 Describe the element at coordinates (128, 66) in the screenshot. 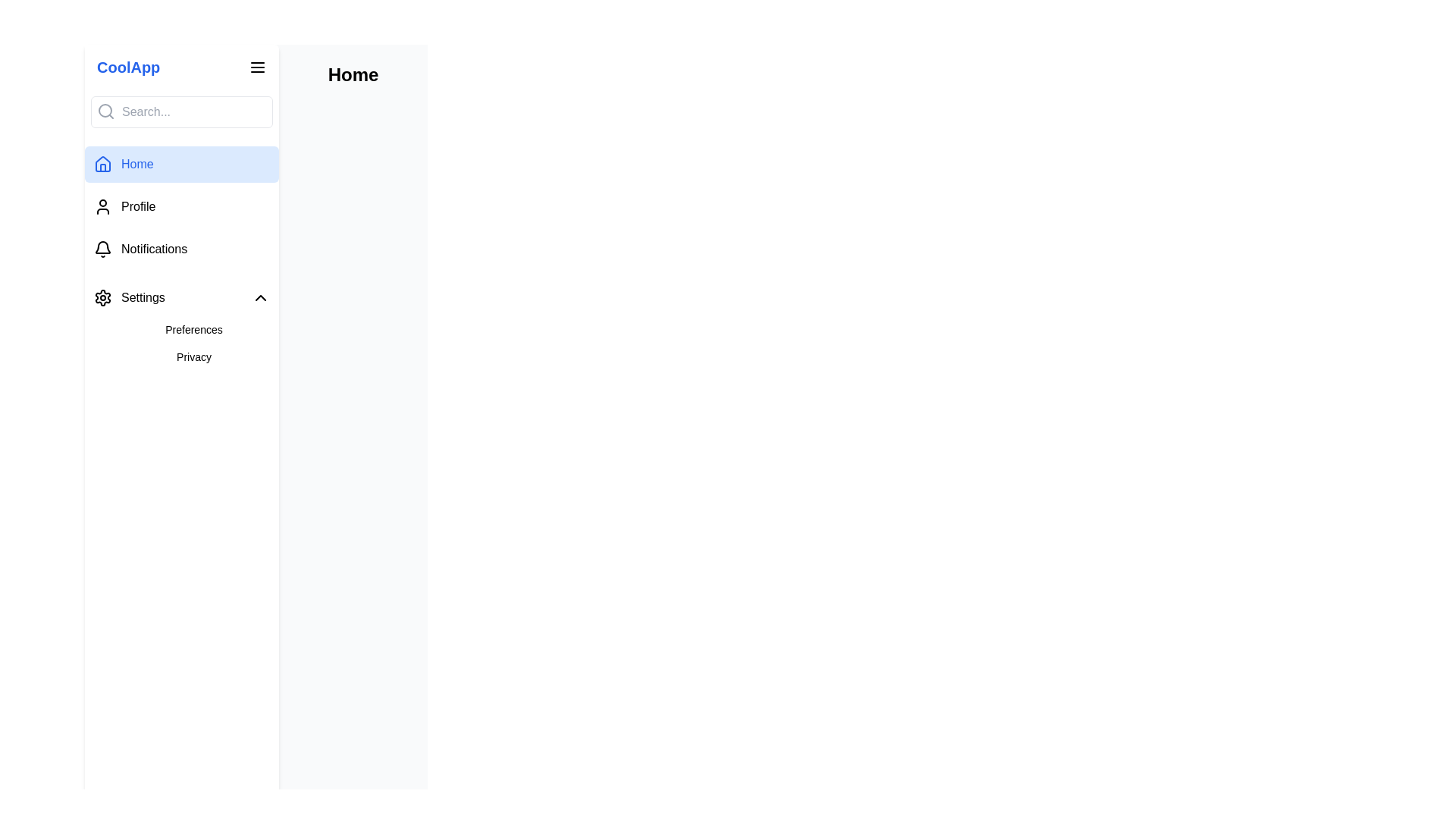

I see `the 'CoolApp' text label, which is styled in bold blue color and serves as a title or branding element, located at the upper-left corner of the interface` at that location.